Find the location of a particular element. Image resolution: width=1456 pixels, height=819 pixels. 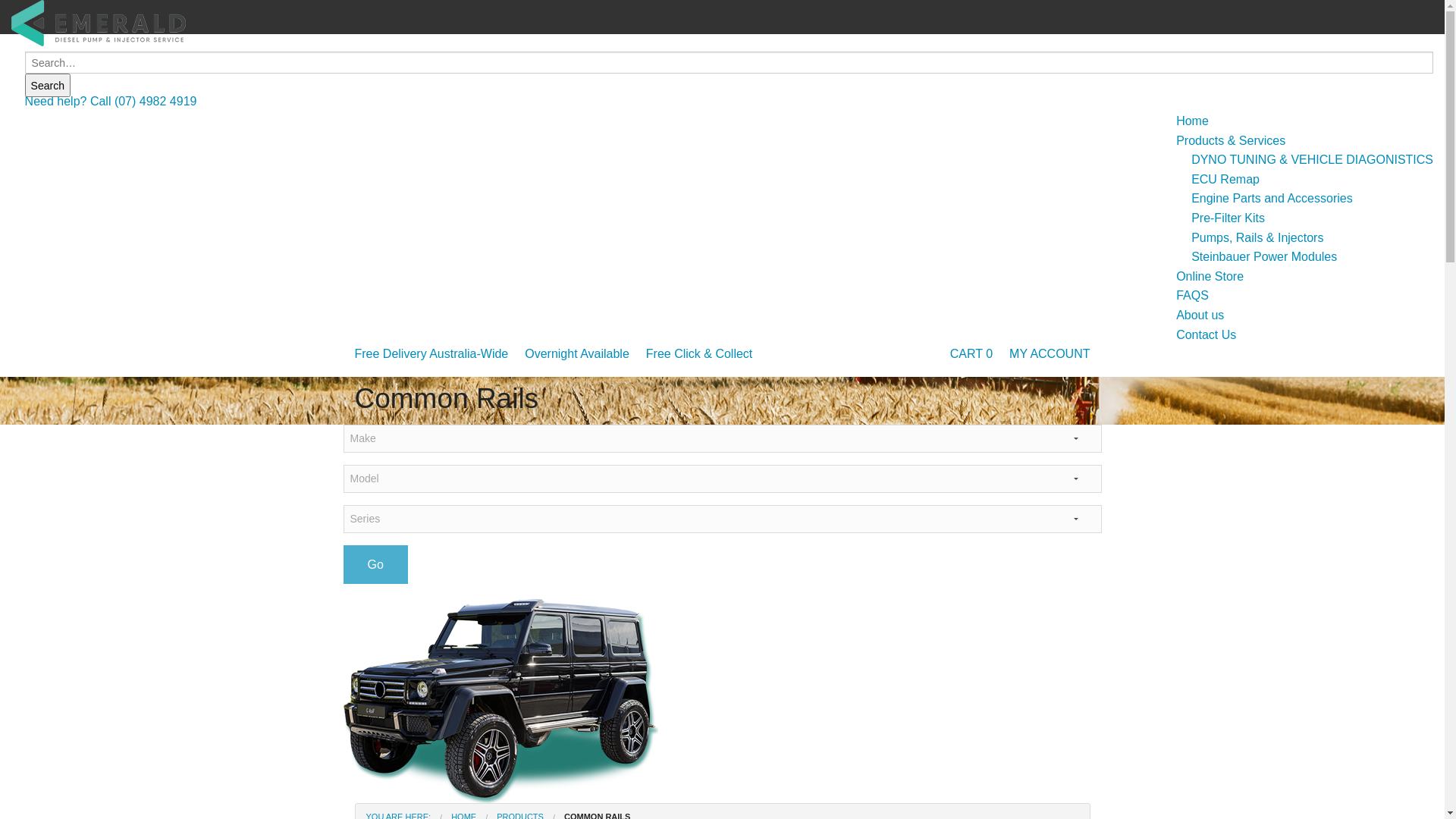

'Engine Parts and Accessories' is located at coordinates (1272, 197).